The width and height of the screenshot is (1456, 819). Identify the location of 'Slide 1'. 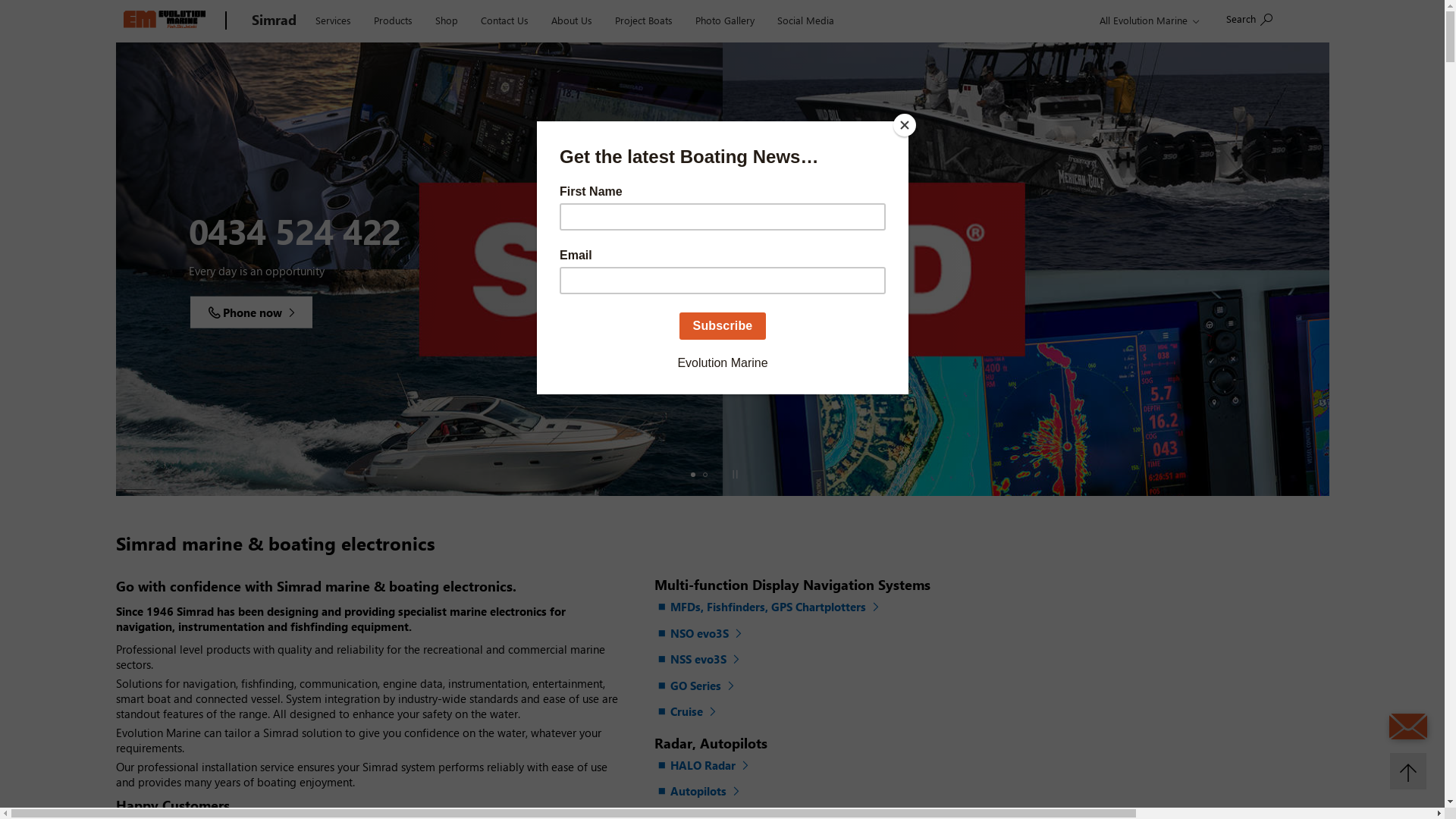
(686, 473).